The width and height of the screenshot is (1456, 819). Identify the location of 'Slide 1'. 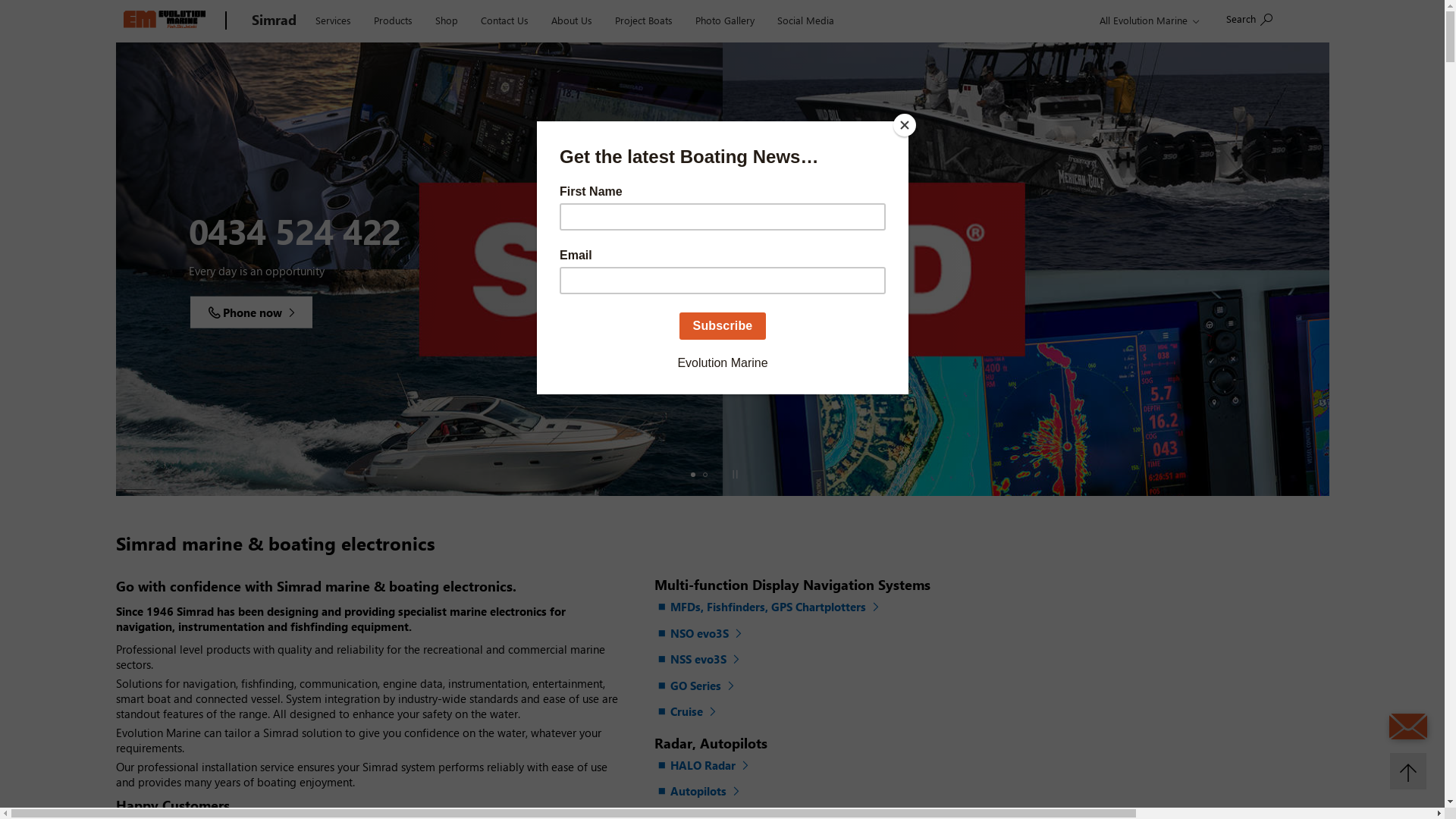
(686, 473).